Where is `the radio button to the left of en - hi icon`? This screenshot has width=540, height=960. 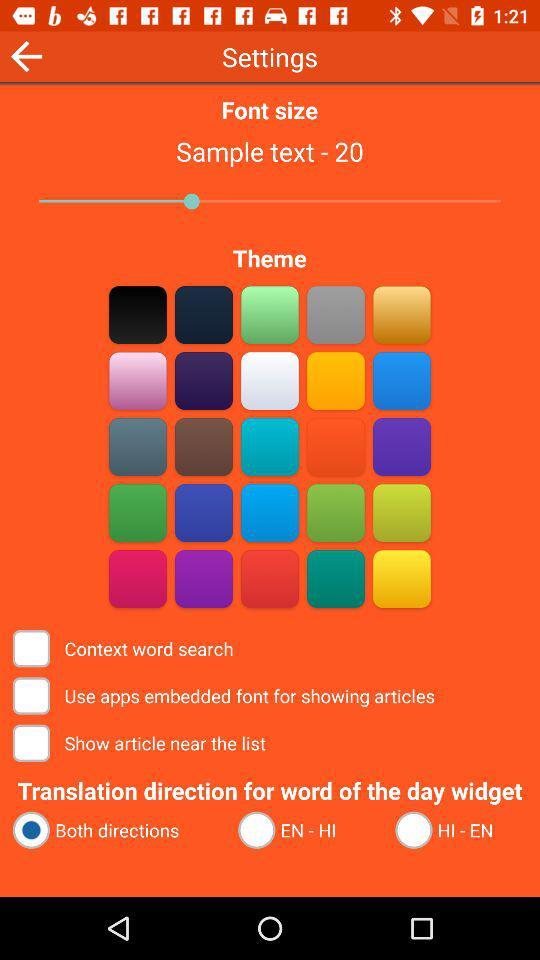 the radio button to the left of en - hi icon is located at coordinates (116, 830).